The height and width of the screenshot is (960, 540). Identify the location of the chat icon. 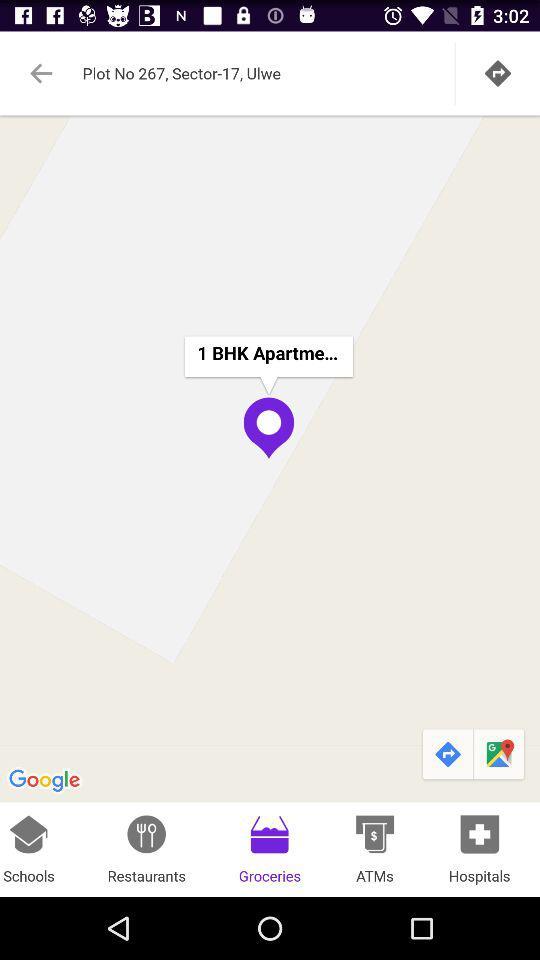
(499, 808).